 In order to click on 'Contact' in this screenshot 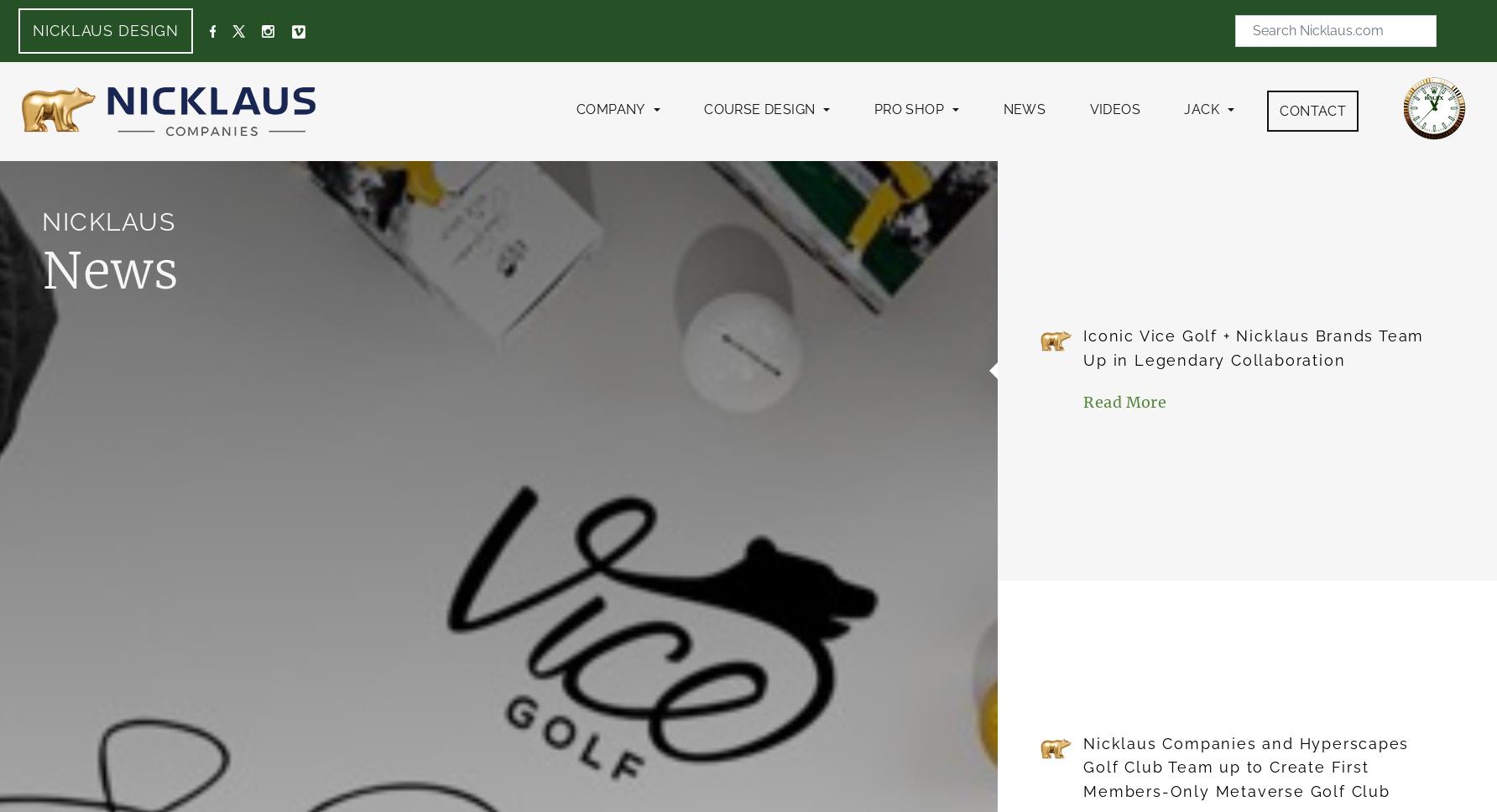, I will do `click(1312, 110)`.